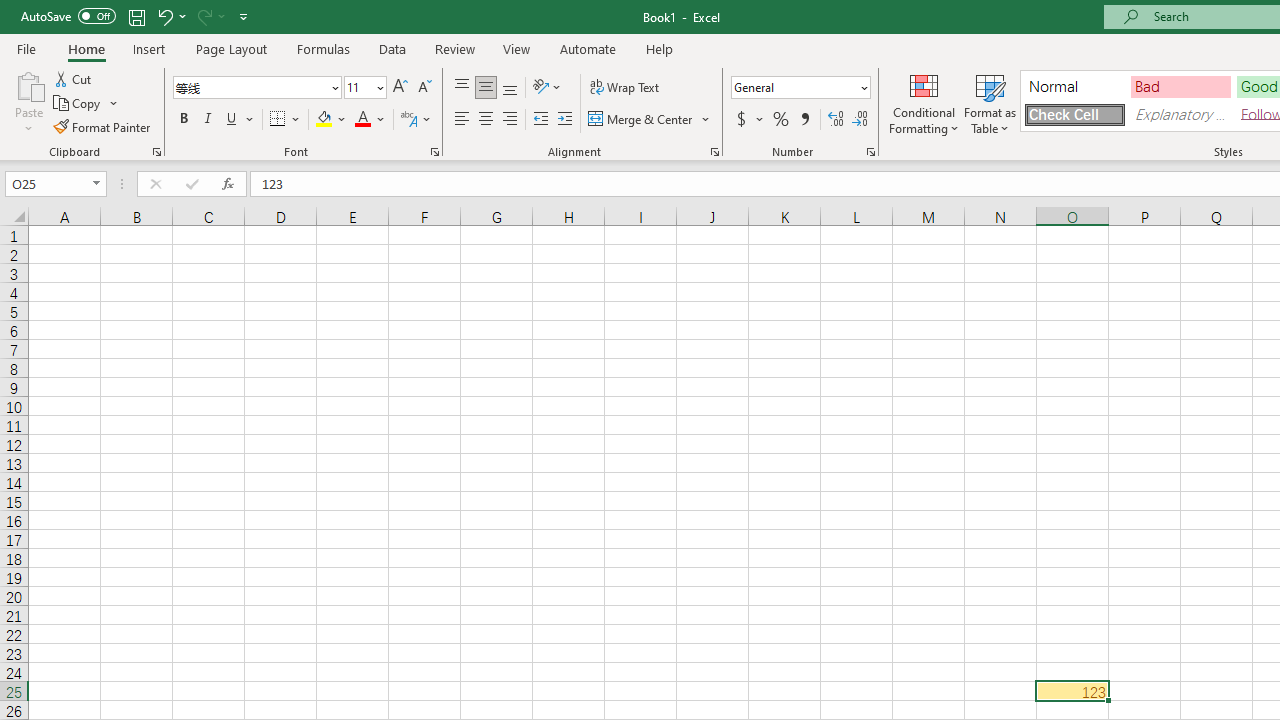 Image resolution: width=1280 pixels, height=720 pixels. Describe the element at coordinates (641, 119) in the screenshot. I see `'Merge & Center'` at that location.